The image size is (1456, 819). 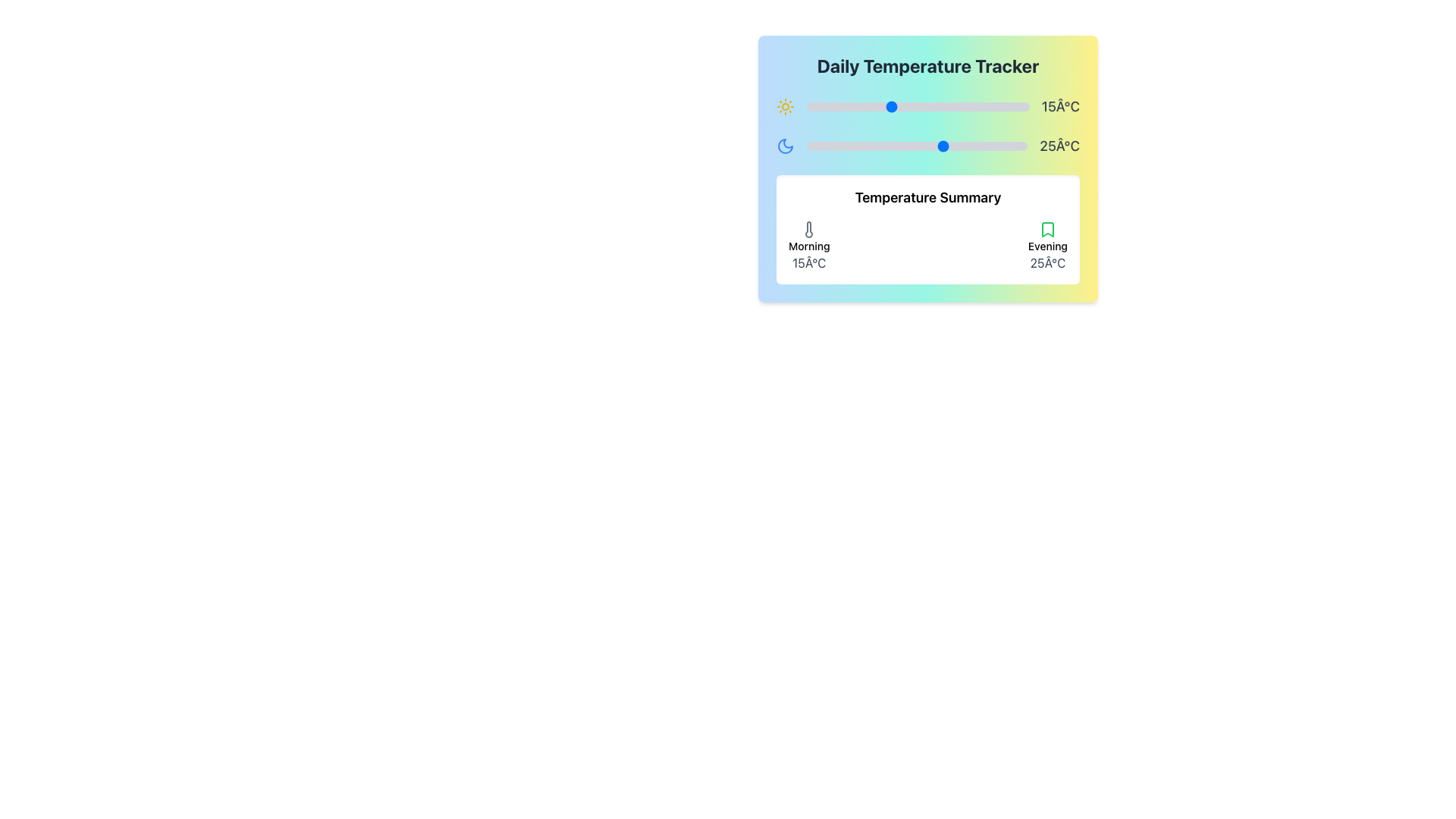 I want to click on the 'Temperature Summary' text label, which is prominently displayed in a bold and large font within a white rounded rectangle on a gradient background, so click(x=927, y=197).